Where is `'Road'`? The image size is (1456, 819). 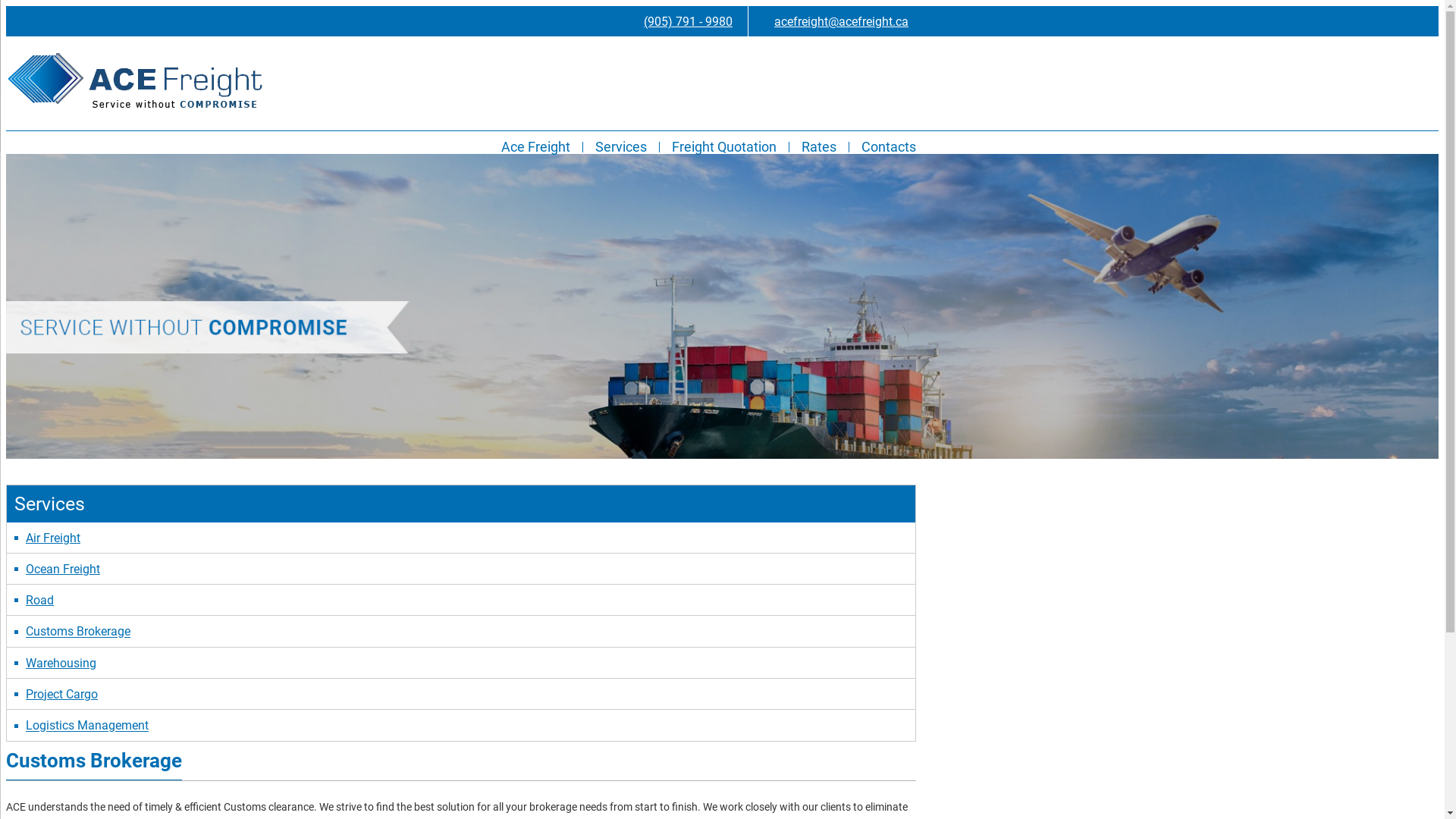
'Road' is located at coordinates (39, 599).